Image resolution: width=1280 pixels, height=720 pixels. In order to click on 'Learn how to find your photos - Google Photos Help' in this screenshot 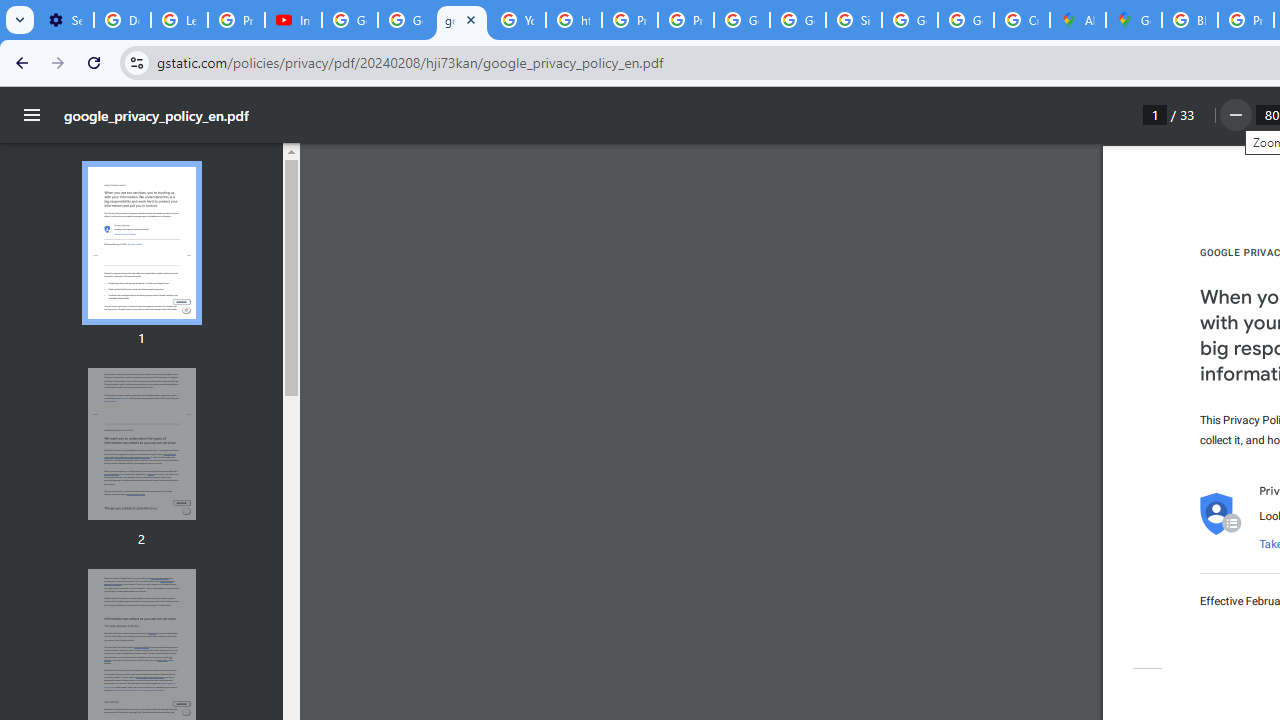, I will do `click(179, 20)`.